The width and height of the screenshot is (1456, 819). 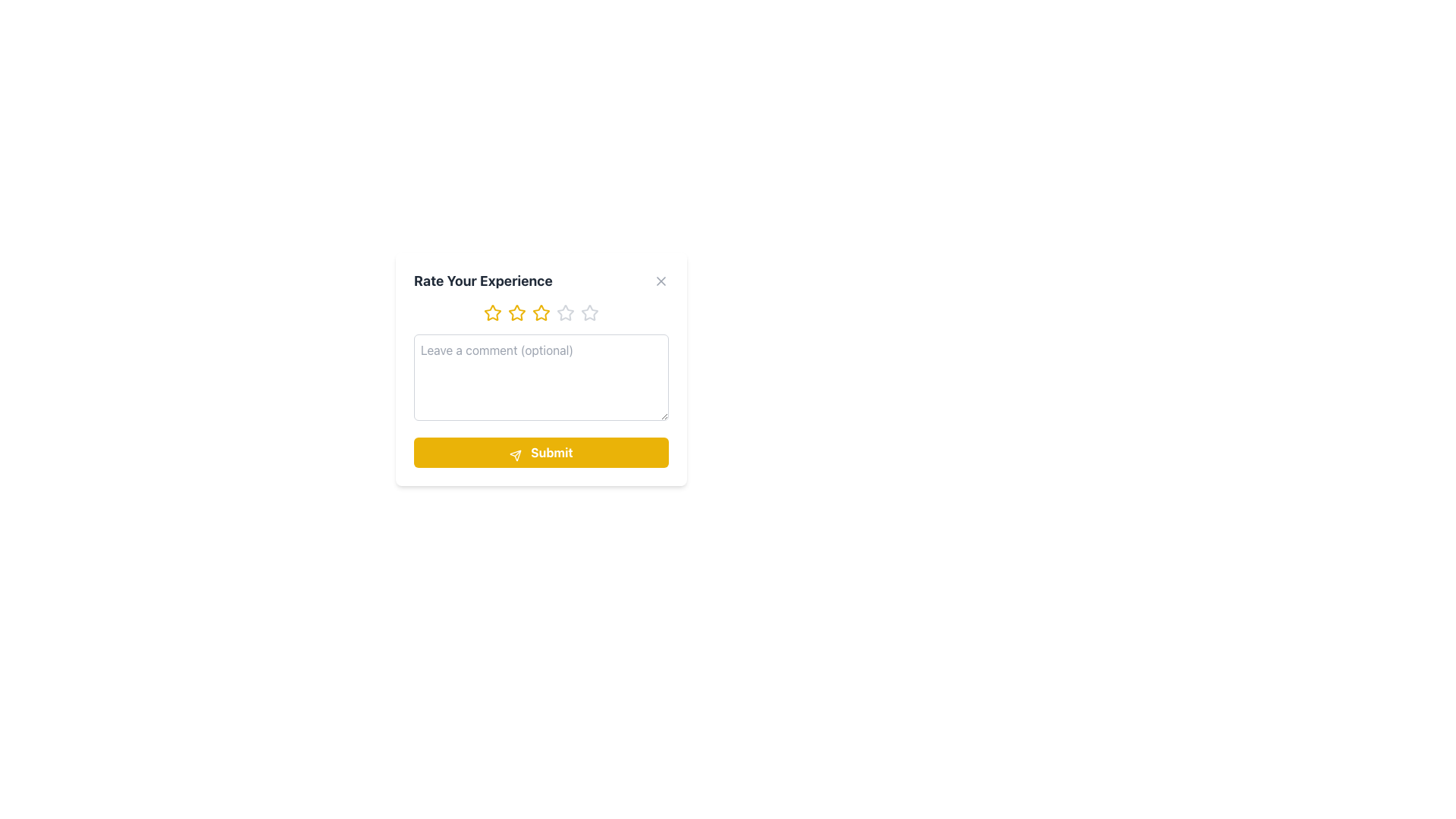 I want to click on the second star in the rating system, so click(x=492, y=312).